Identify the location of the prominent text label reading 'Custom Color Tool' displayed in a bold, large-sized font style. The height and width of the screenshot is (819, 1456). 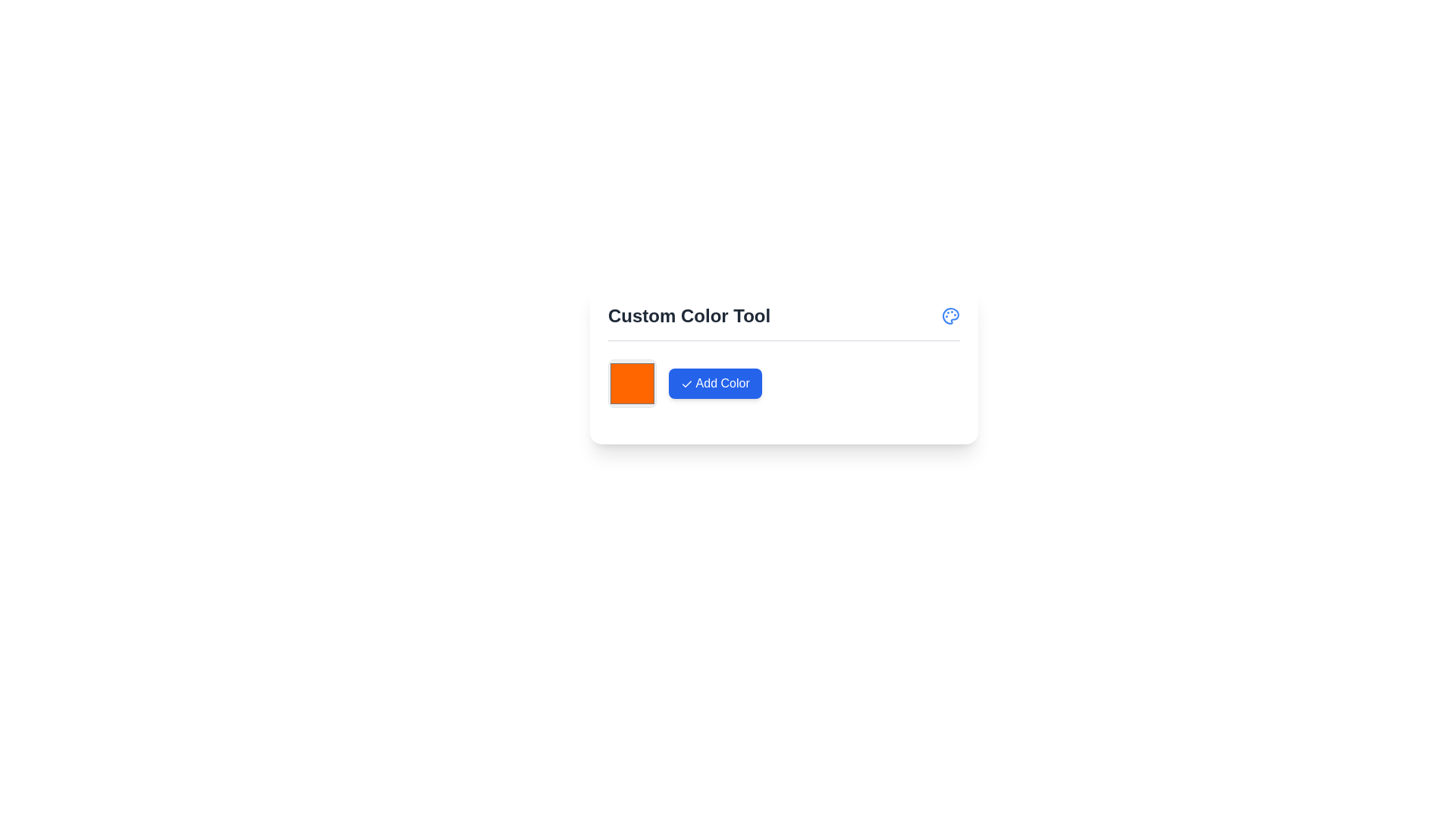
(689, 315).